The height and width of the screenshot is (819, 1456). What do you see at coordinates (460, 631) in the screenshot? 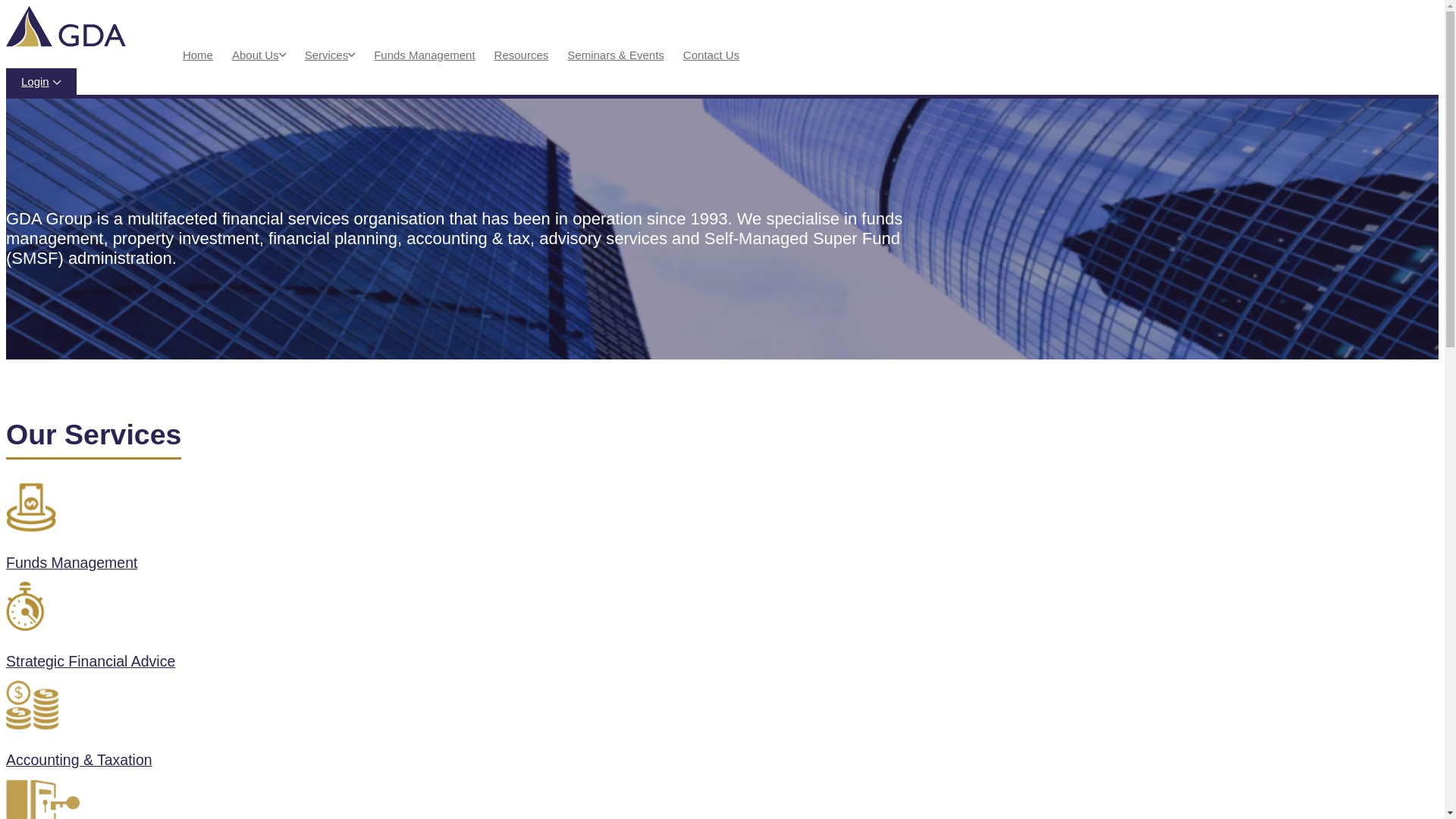
I see `'Strategic Financial Advice'` at bounding box center [460, 631].